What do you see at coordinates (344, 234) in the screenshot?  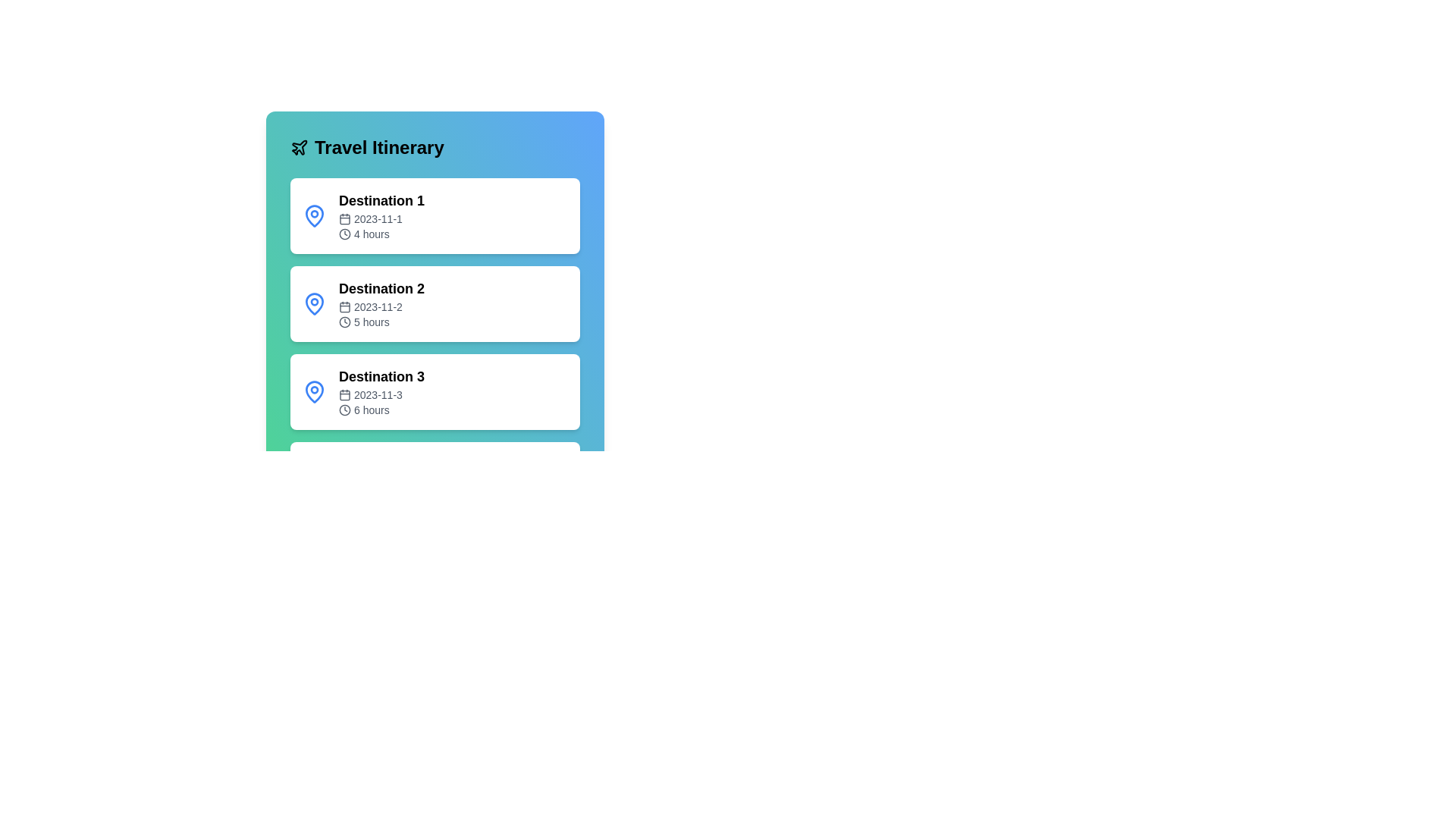 I see `the clock icon located to the left of the text '4 hours' in the first destination entry of the itinerary list` at bounding box center [344, 234].